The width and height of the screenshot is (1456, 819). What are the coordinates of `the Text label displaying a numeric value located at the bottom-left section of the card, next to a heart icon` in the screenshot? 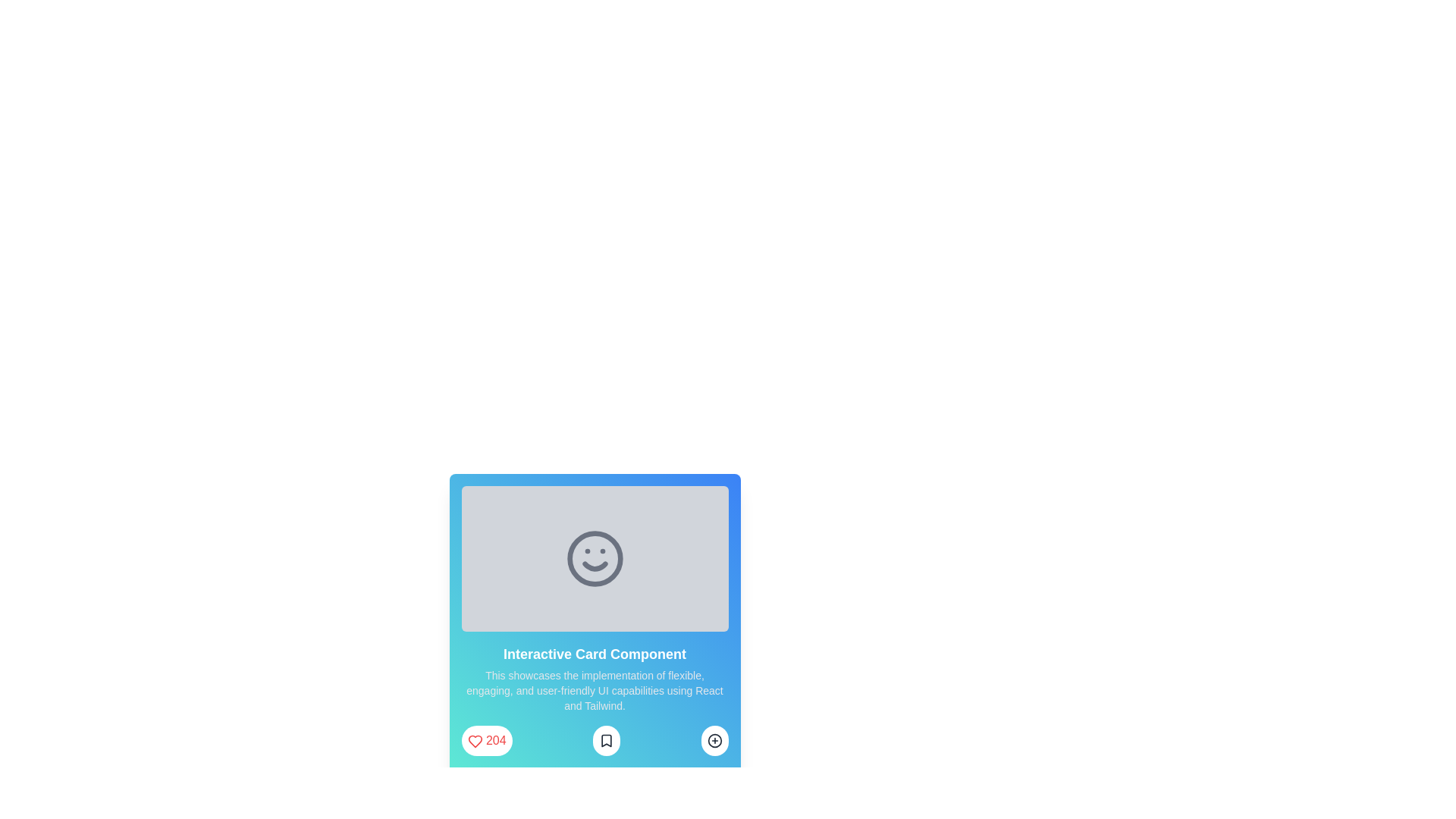 It's located at (496, 739).